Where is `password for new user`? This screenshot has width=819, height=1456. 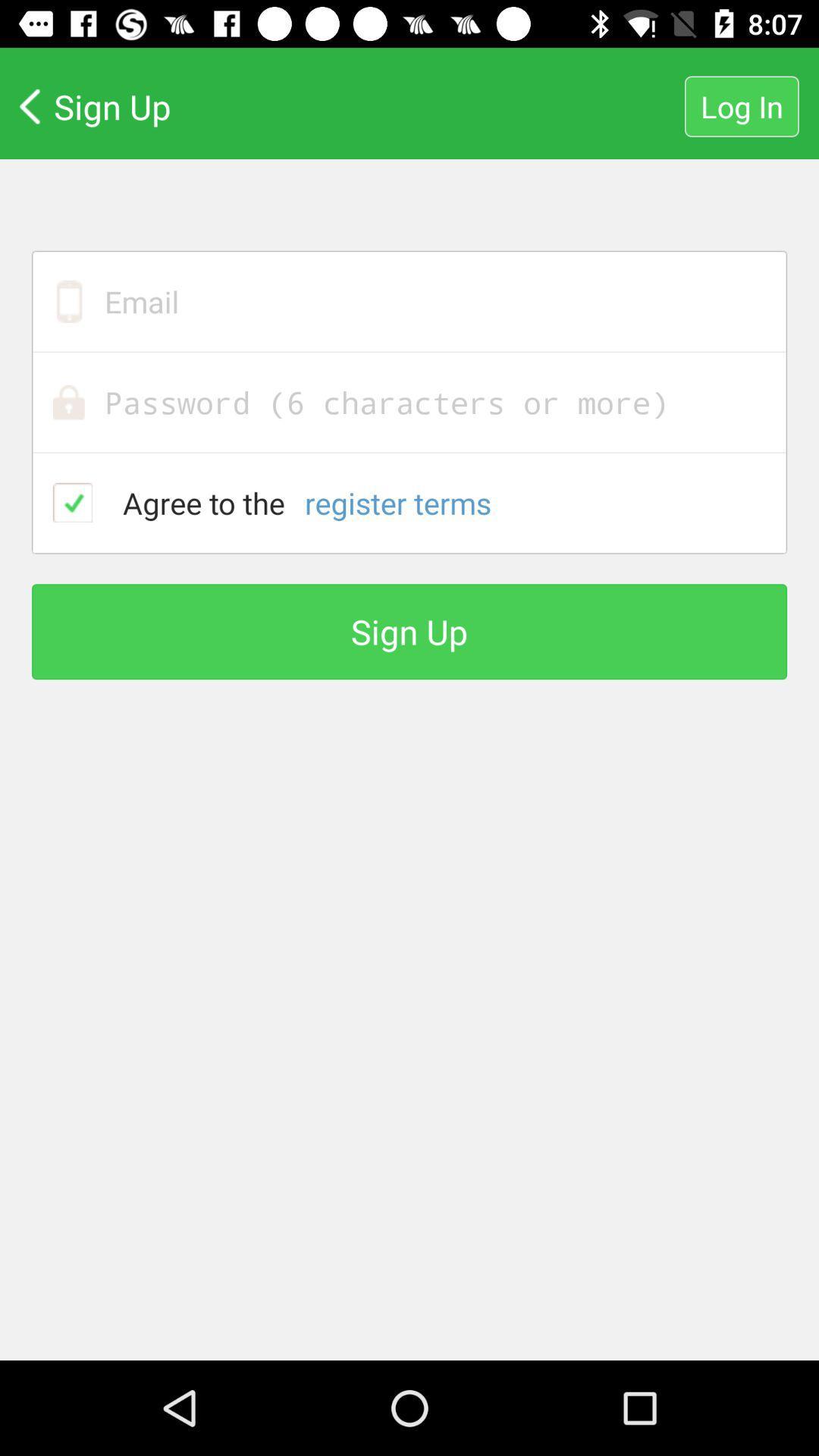
password for new user is located at coordinates (409, 402).